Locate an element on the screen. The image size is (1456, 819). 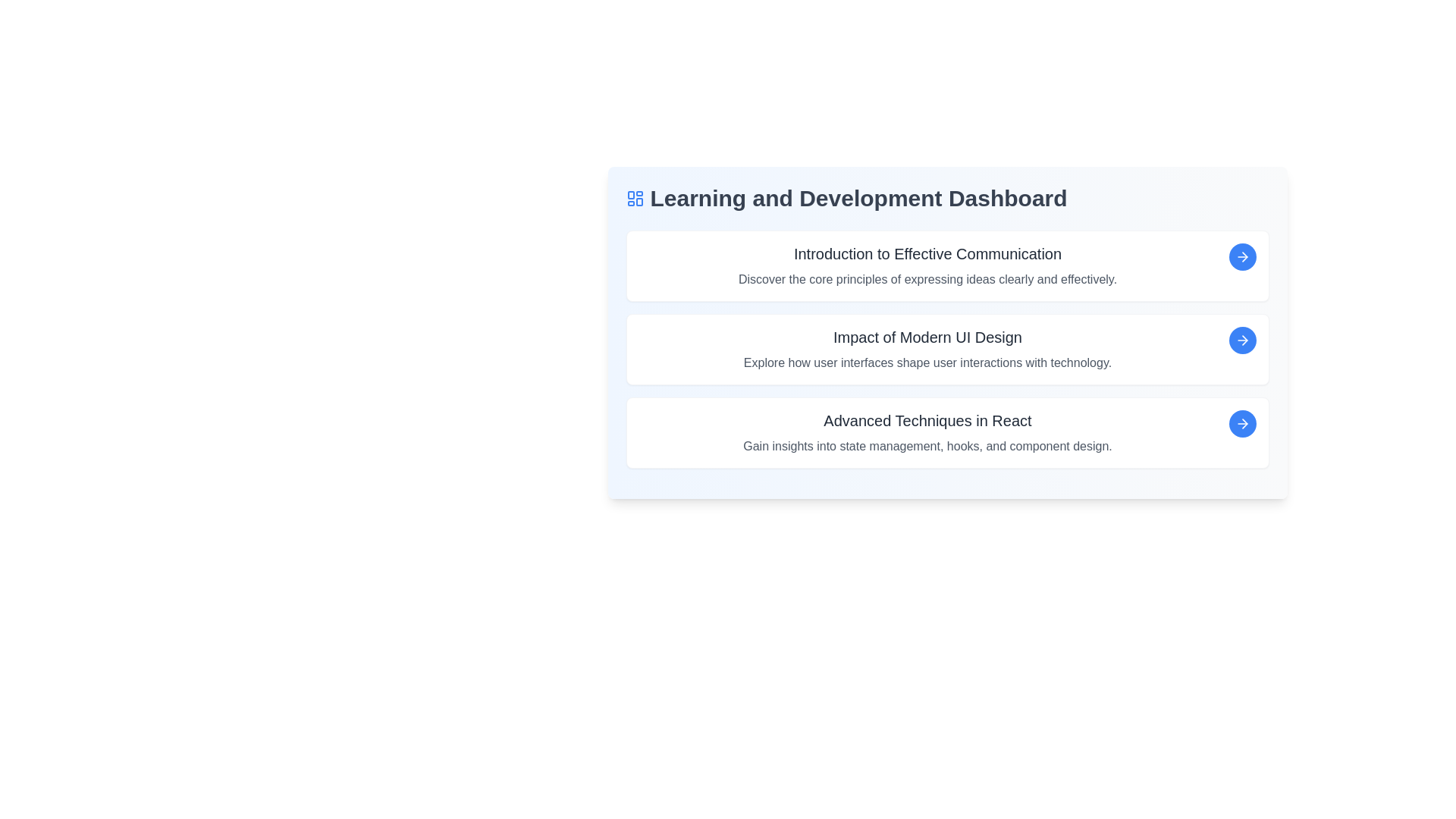
the vibrant blue square icon located in the top-left corner of the header section, preceding the 'Learning and Development Dashboard' text is located at coordinates (635, 198).